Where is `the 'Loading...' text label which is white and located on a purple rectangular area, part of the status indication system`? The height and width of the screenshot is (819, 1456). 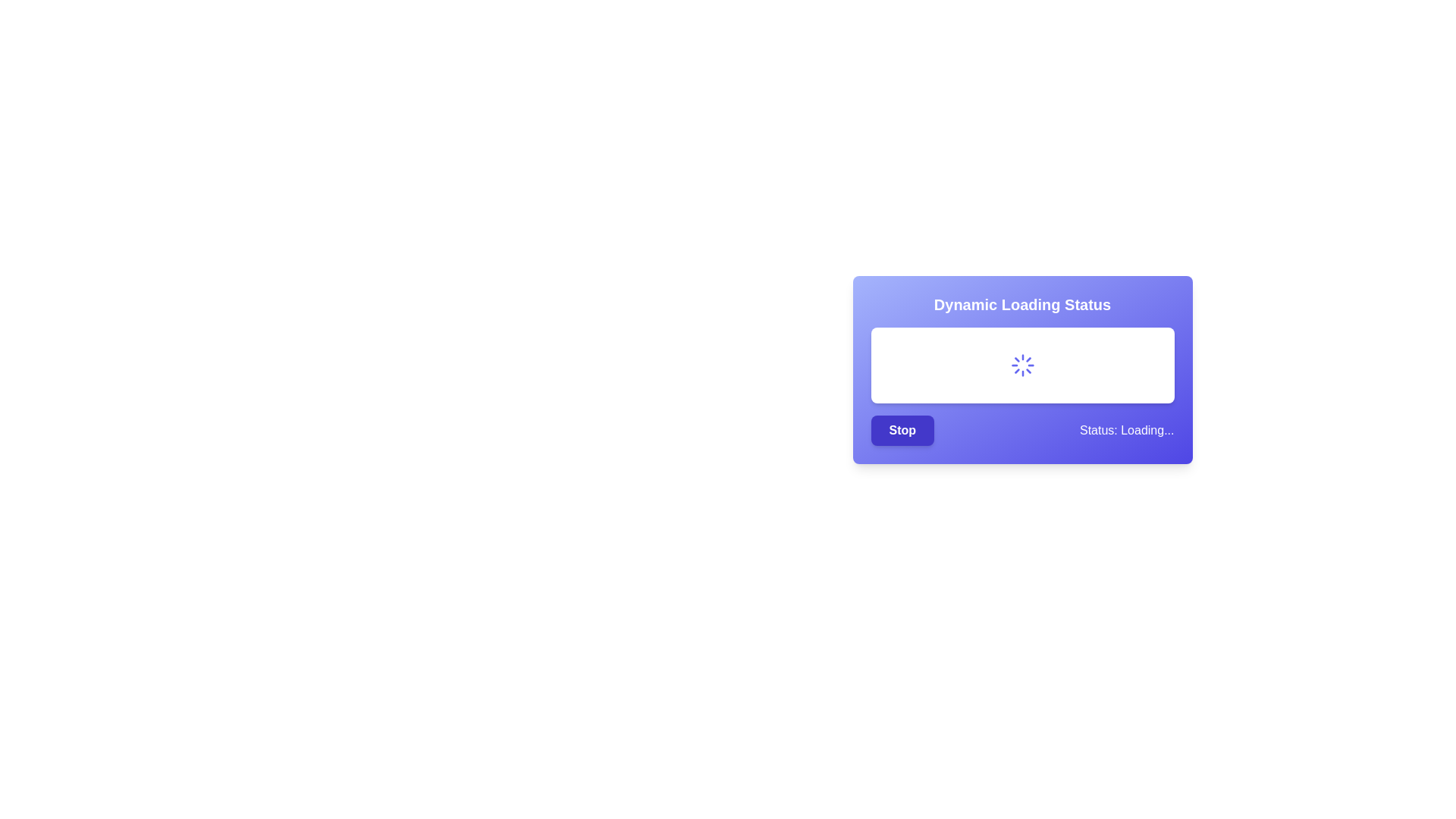 the 'Loading...' text label which is white and located on a purple rectangular area, part of the status indication system is located at coordinates (1147, 430).